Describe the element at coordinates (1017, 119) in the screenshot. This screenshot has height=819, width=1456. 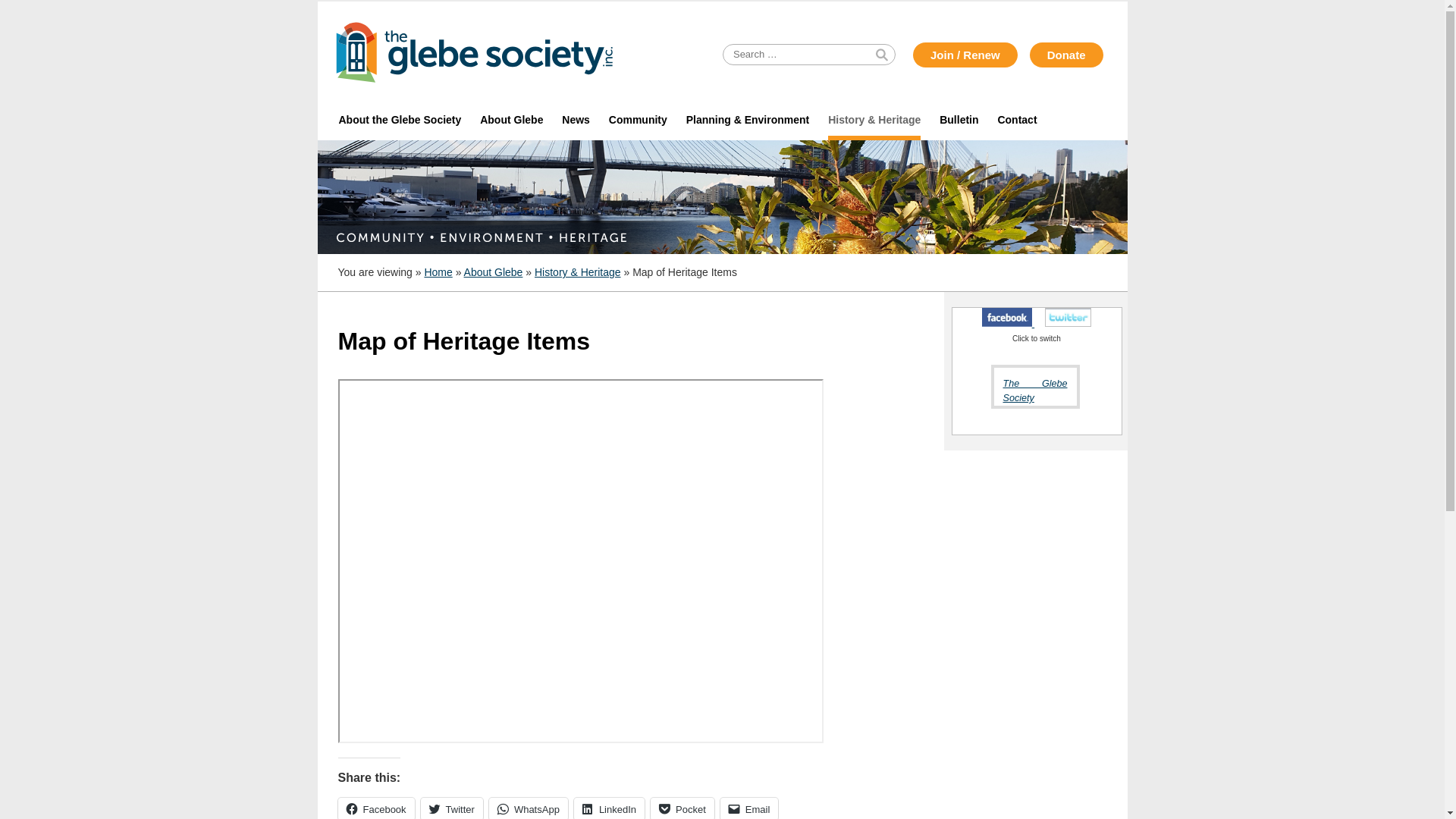
I see `'Contact'` at that location.